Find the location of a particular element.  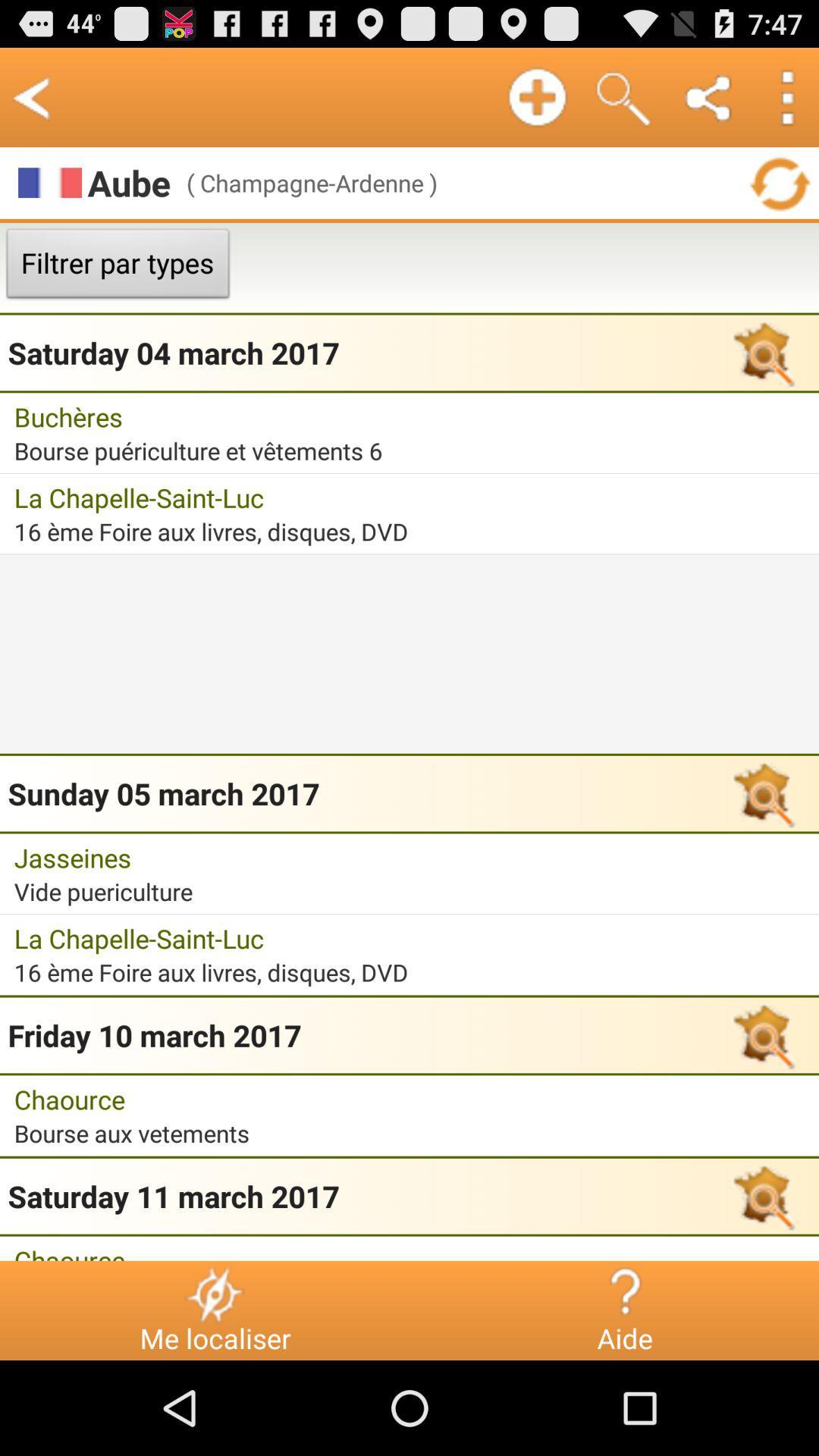

the icon to the right of me localiser icon is located at coordinates (624, 1293).